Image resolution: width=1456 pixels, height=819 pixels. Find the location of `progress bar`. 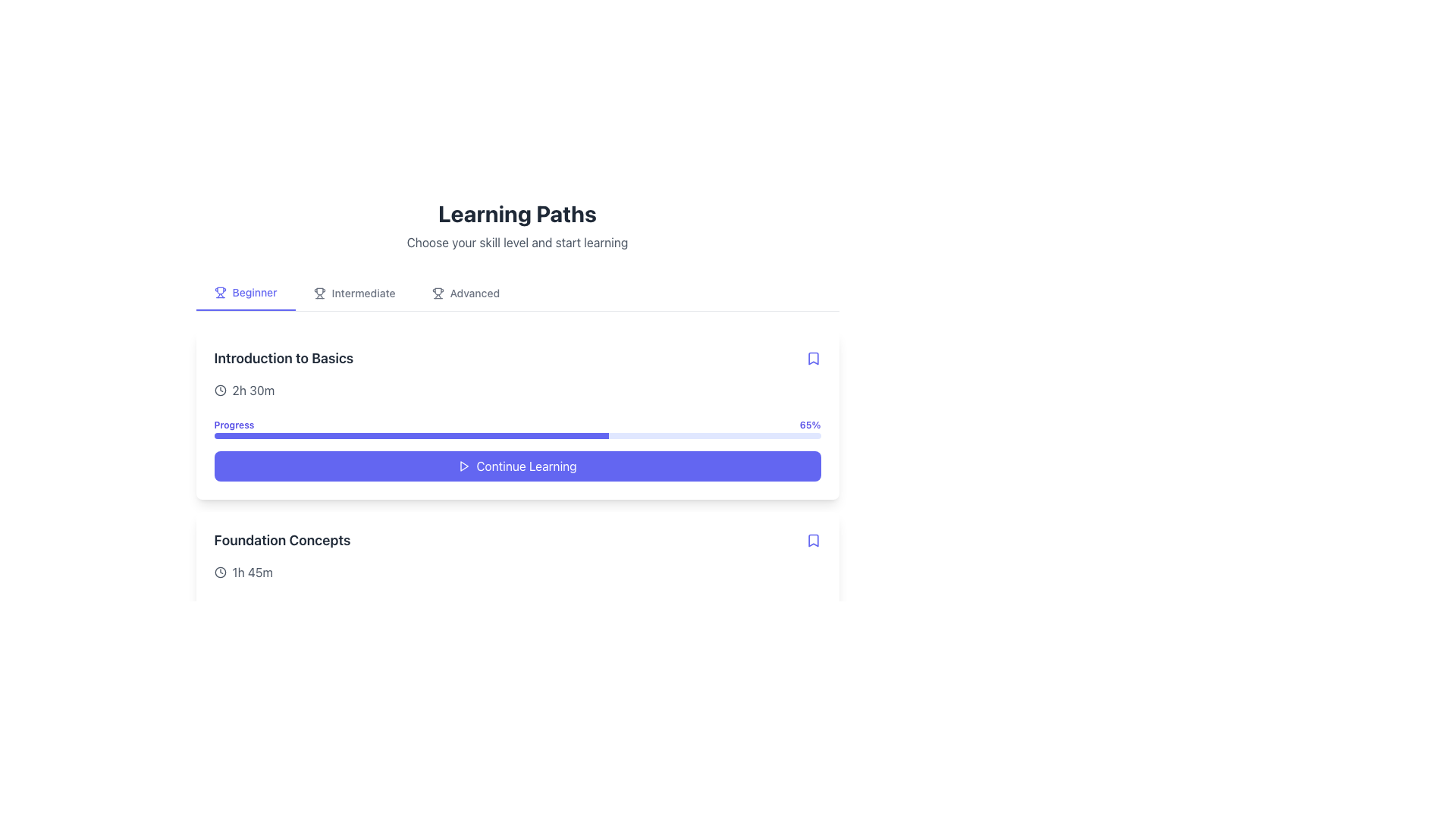

progress bar is located at coordinates (511, 435).